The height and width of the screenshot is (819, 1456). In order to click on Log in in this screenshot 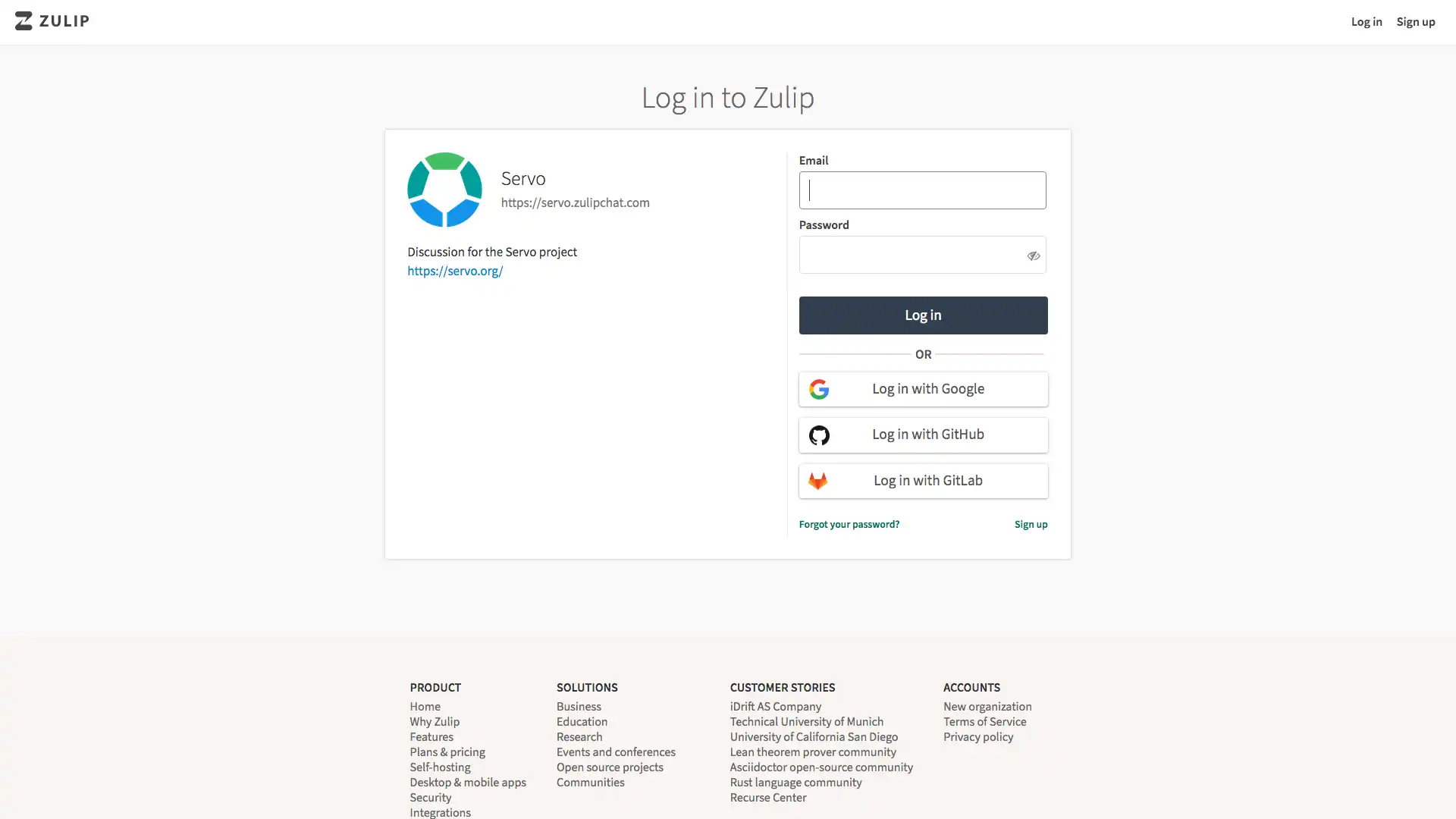, I will do `click(922, 314)`.